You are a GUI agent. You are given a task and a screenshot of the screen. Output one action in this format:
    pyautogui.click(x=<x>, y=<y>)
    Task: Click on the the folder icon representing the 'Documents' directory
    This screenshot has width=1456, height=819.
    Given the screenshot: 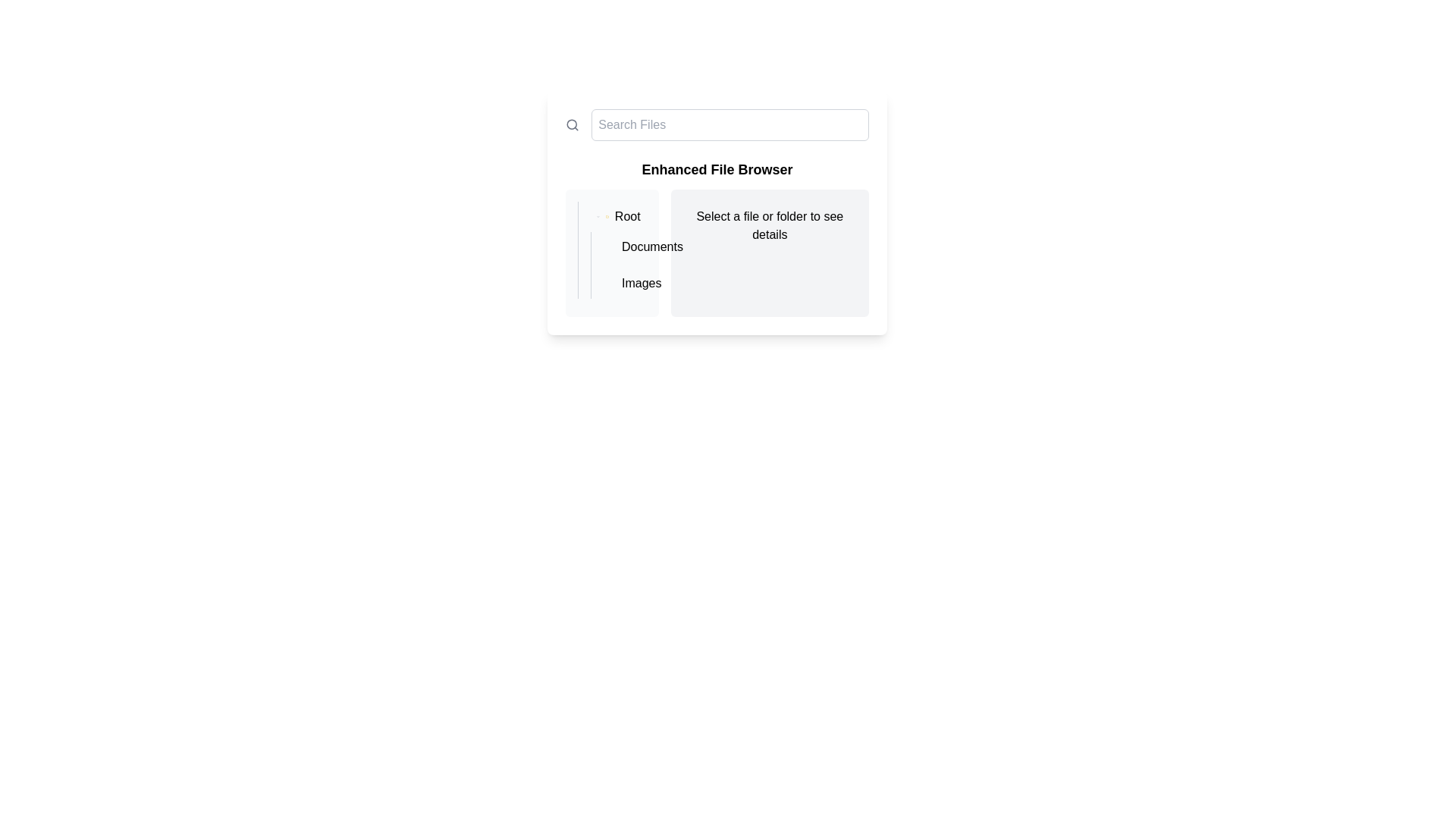 What is the action you would take?
    pyautogui.click(x=625, y=247)
    